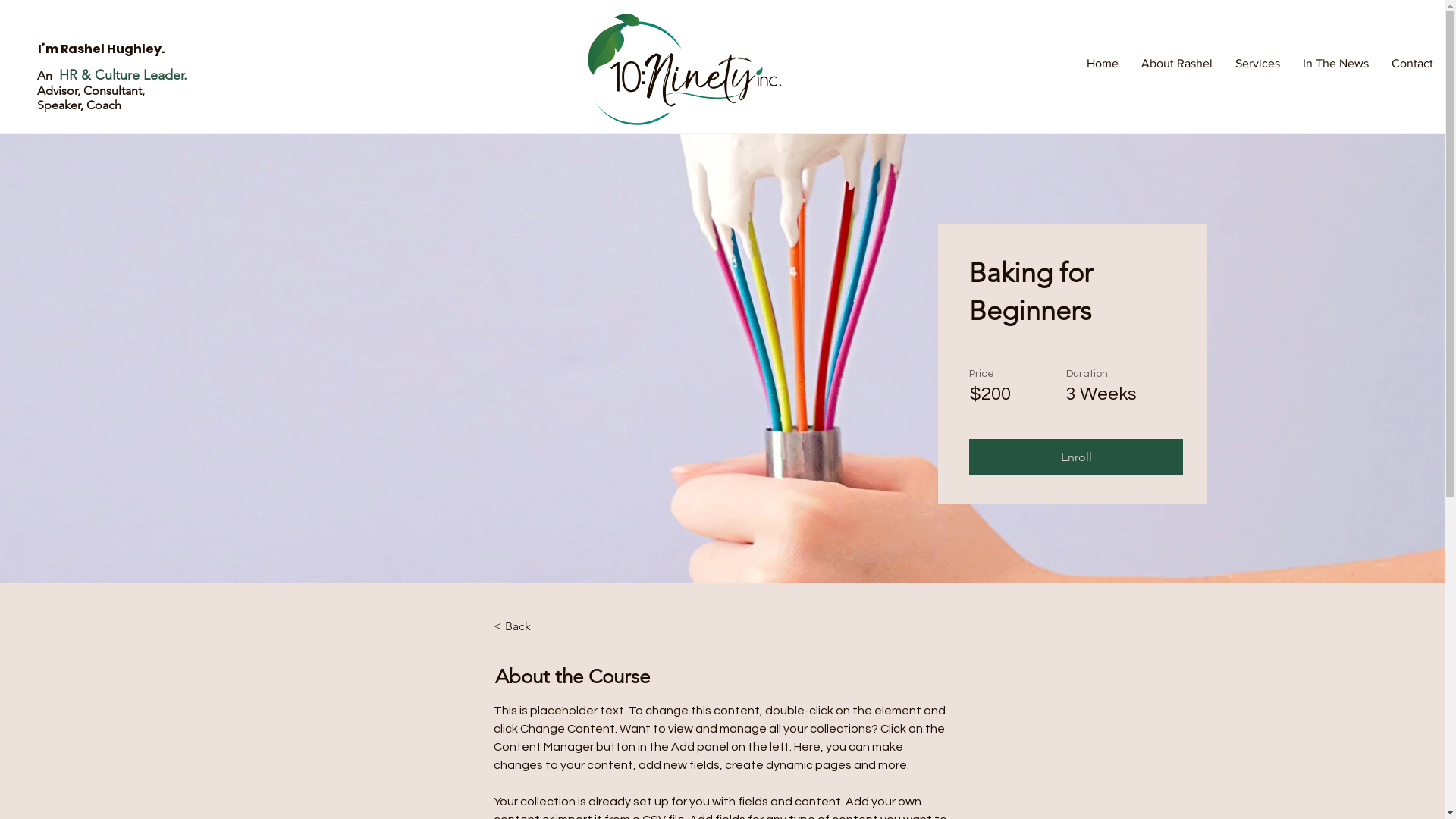 Image resolution: width=1456 pixels, height=819 pixels. What do you see at coordinates (1257, 63) in the screenshot?
I see `'Services'` at bounding box center [1257, 63].